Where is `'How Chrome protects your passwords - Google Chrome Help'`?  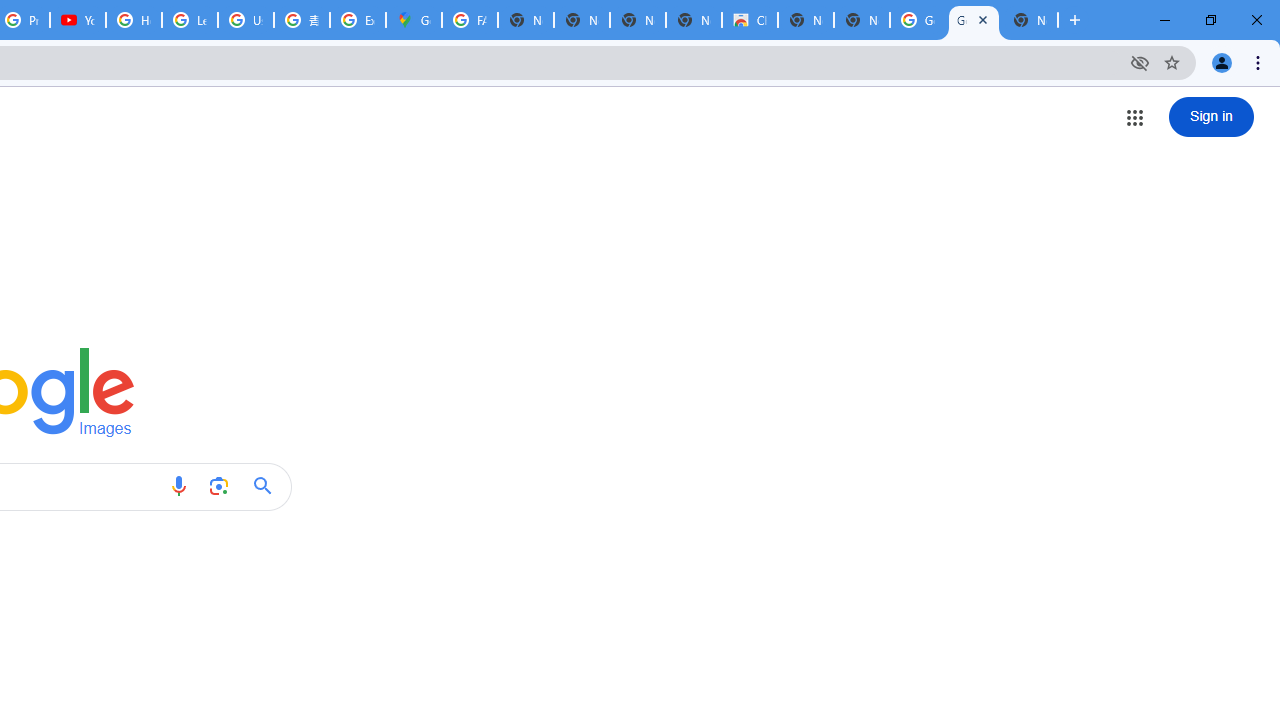
'How Chrome protects your passwords - Google Chrome Help' is located at coordinates (133, 20).